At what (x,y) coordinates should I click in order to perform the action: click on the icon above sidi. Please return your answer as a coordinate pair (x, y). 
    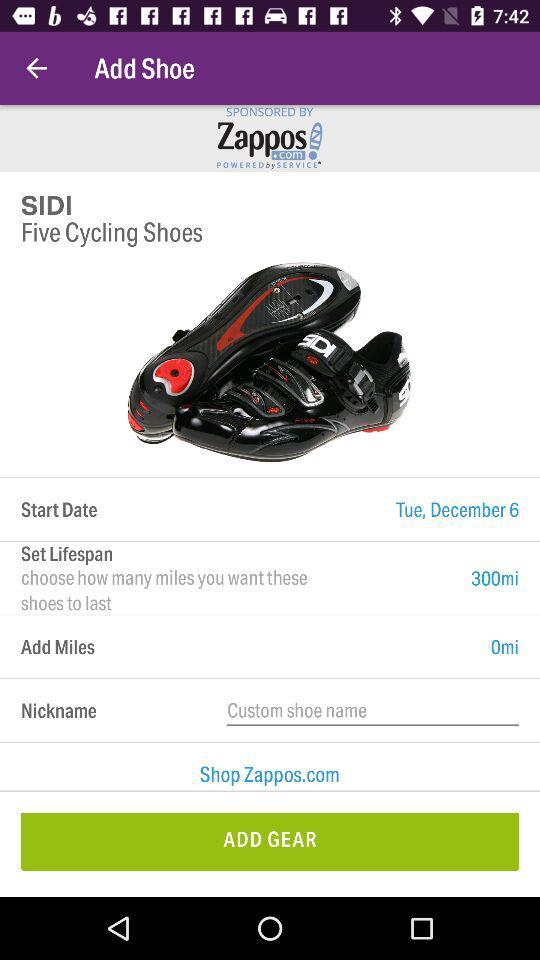
    Looking at the image, I should click on (36, 68).